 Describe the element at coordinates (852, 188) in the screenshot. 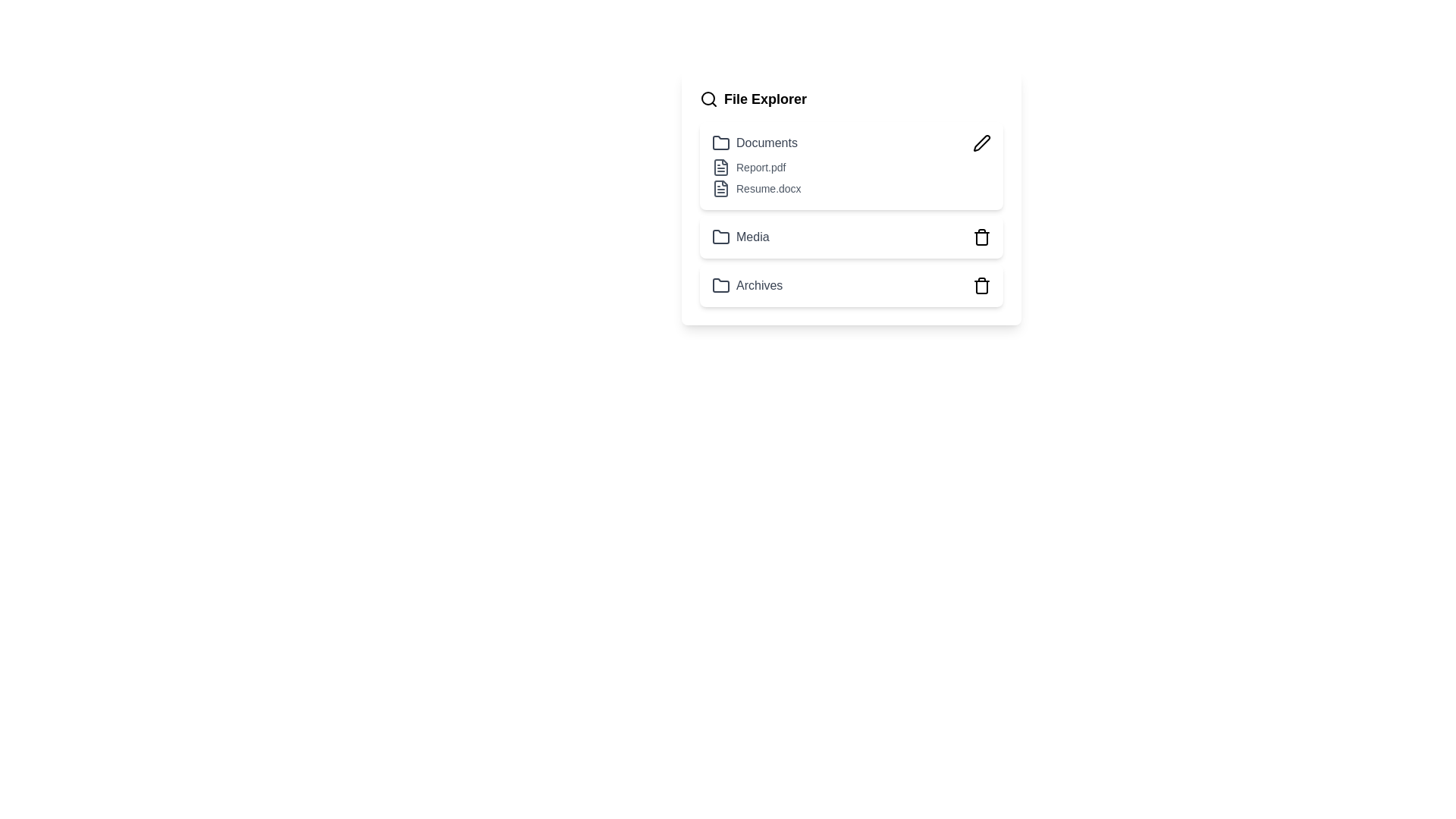

I see `the file entry 'Resume.docx' in the Documents section` at that location.